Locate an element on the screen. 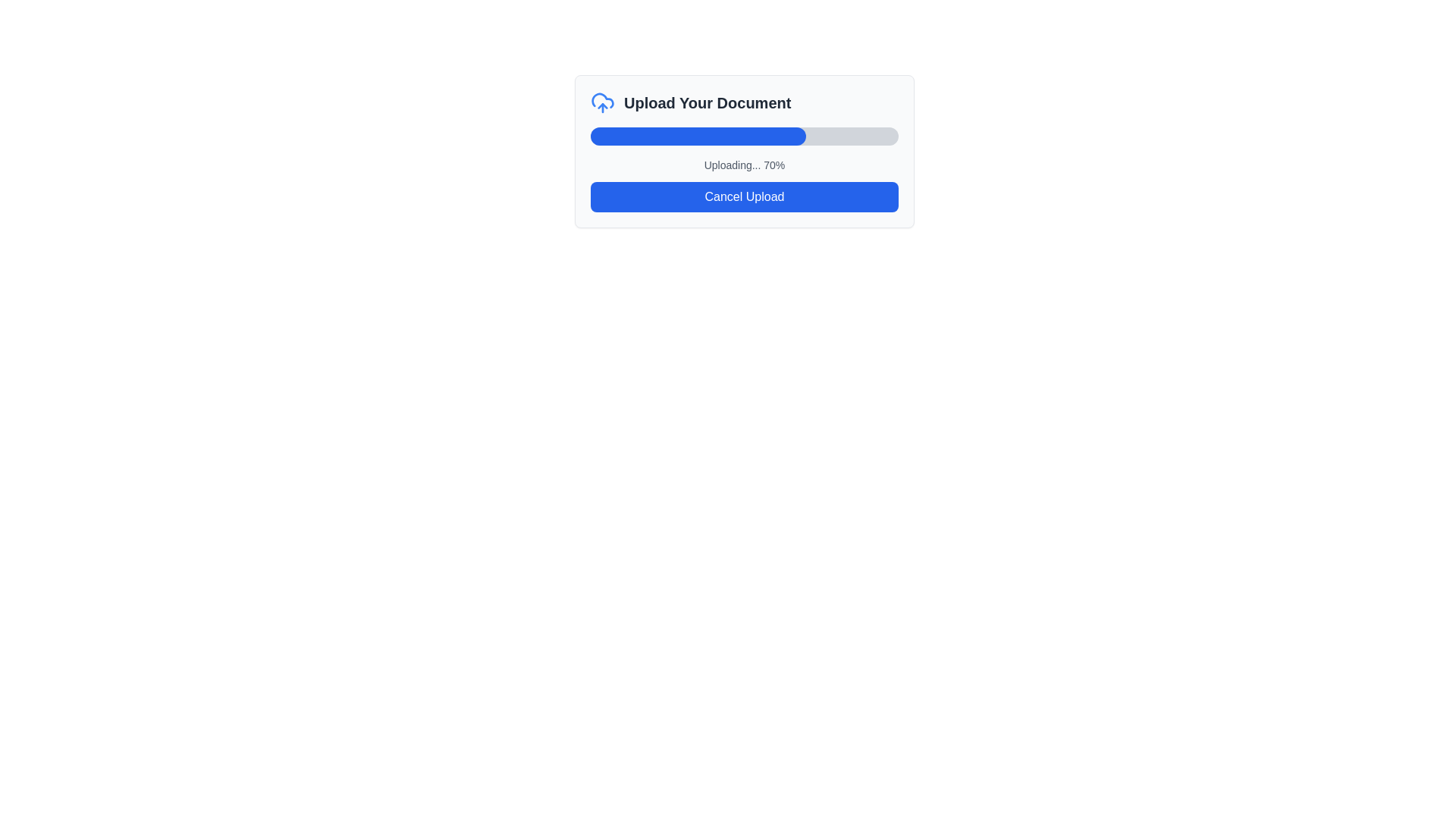 The height and width of the screenshot is (819, 1456). the text label that reads 'Upload Your Document.' which is prominently displayed in bold dark gray font, located to the right of the cloud icon in the top section of the card interface is located at coordinates (707, 102).